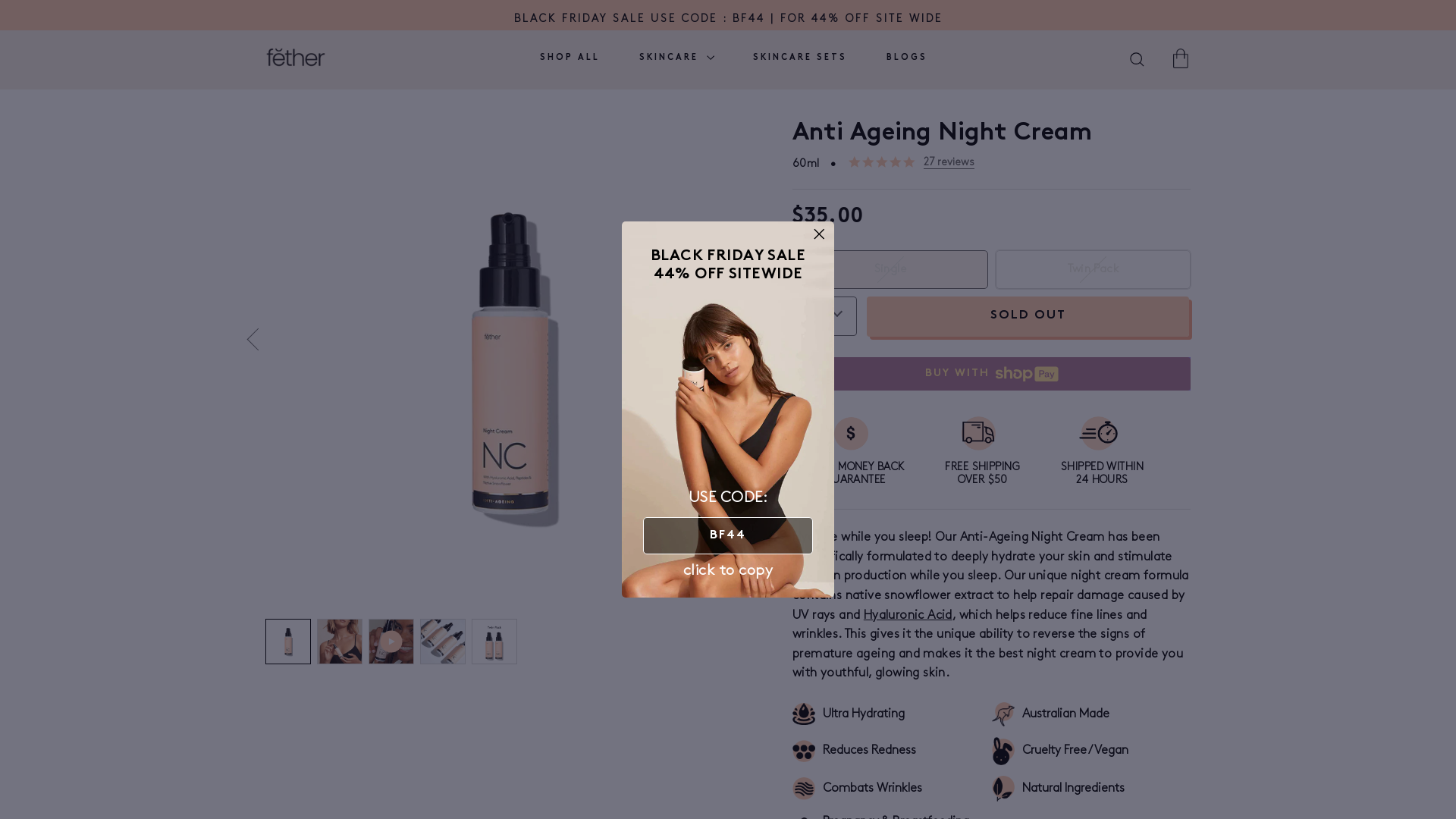  I want to click on 'SKINCARE SETS', so click(799, 58).